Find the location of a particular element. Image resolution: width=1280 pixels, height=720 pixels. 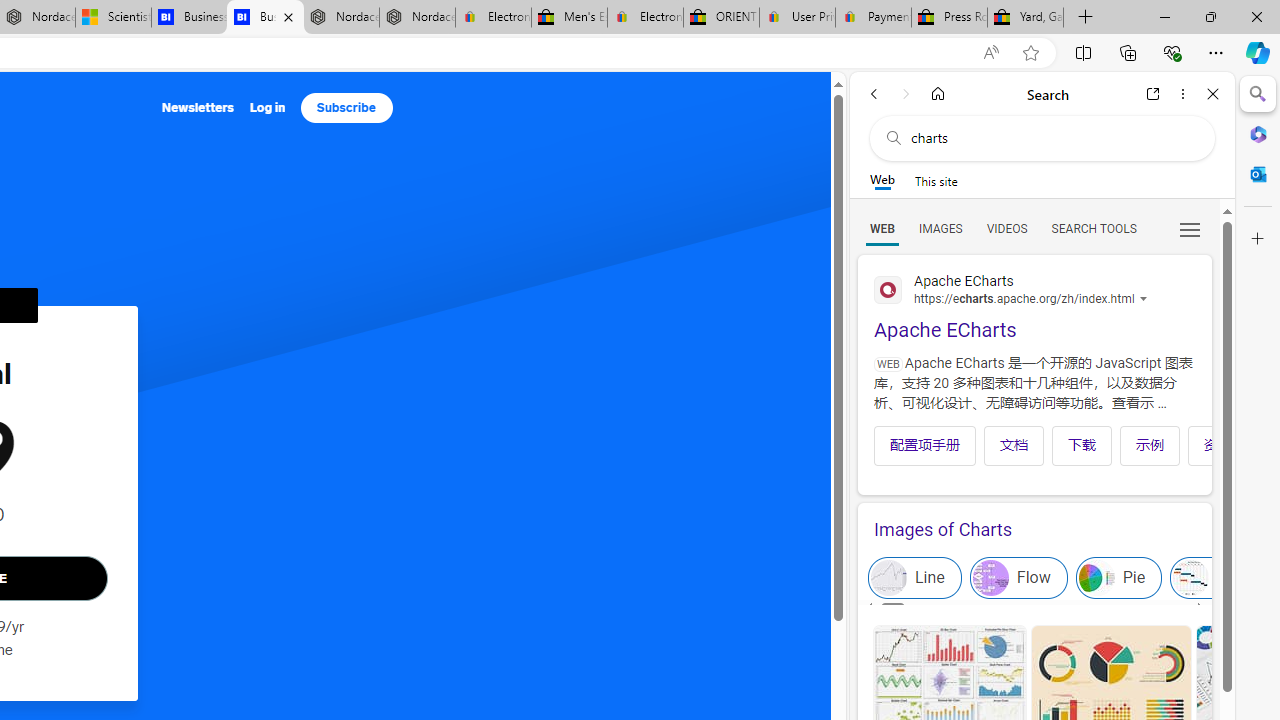

'Forward' is located at coordinates (905, 93).